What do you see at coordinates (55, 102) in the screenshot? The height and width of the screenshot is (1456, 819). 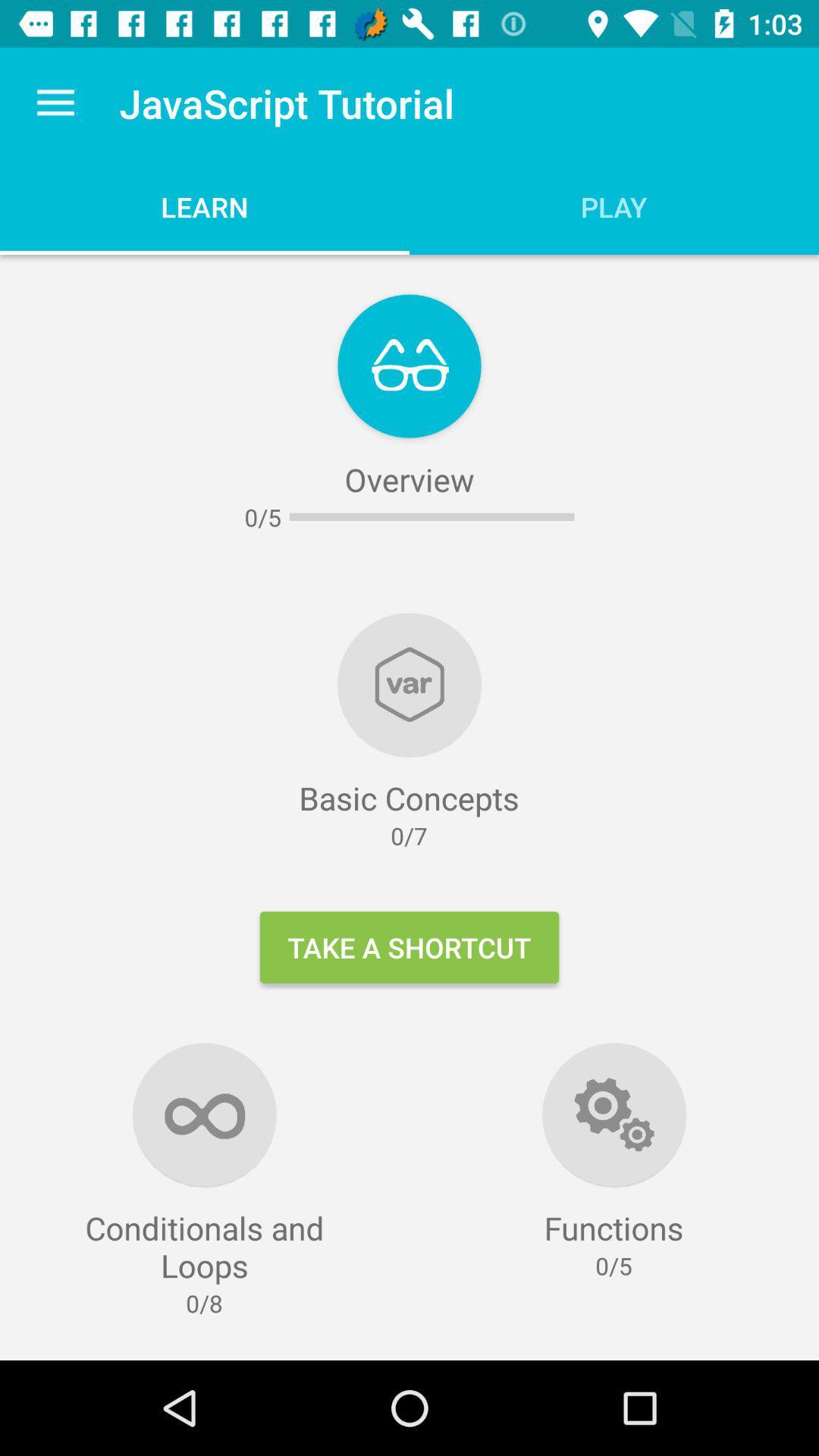 I see `item to the left of javascript tutorial item` at bounding box center [55, 102].